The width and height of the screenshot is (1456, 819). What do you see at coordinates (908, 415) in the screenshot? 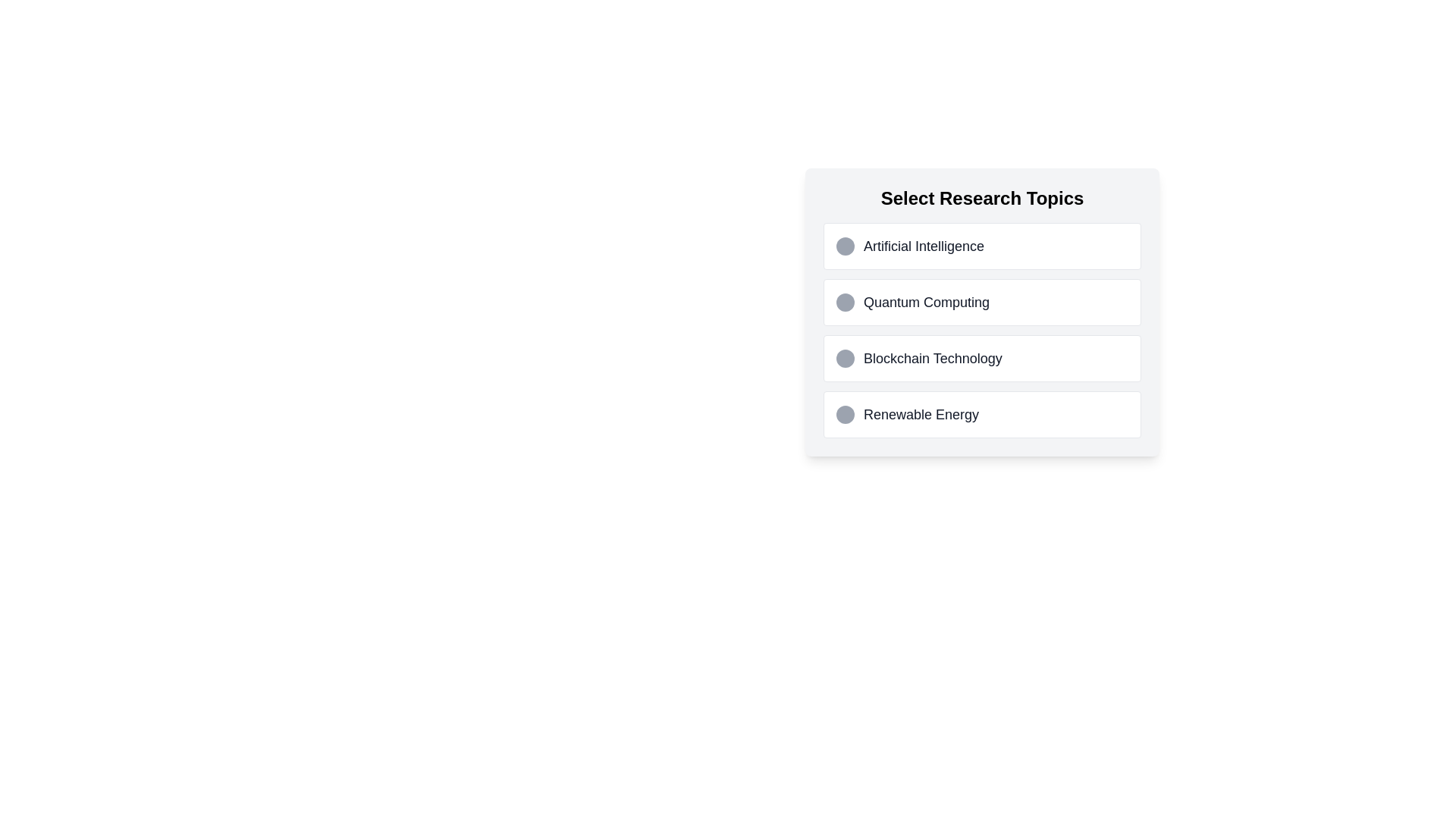
I see `the selectable option labeled 'Renewable Energy' which includes a dark gray circular button and black text, positioned as the fourth option in a vertical list` at bounding box center [908, 415].